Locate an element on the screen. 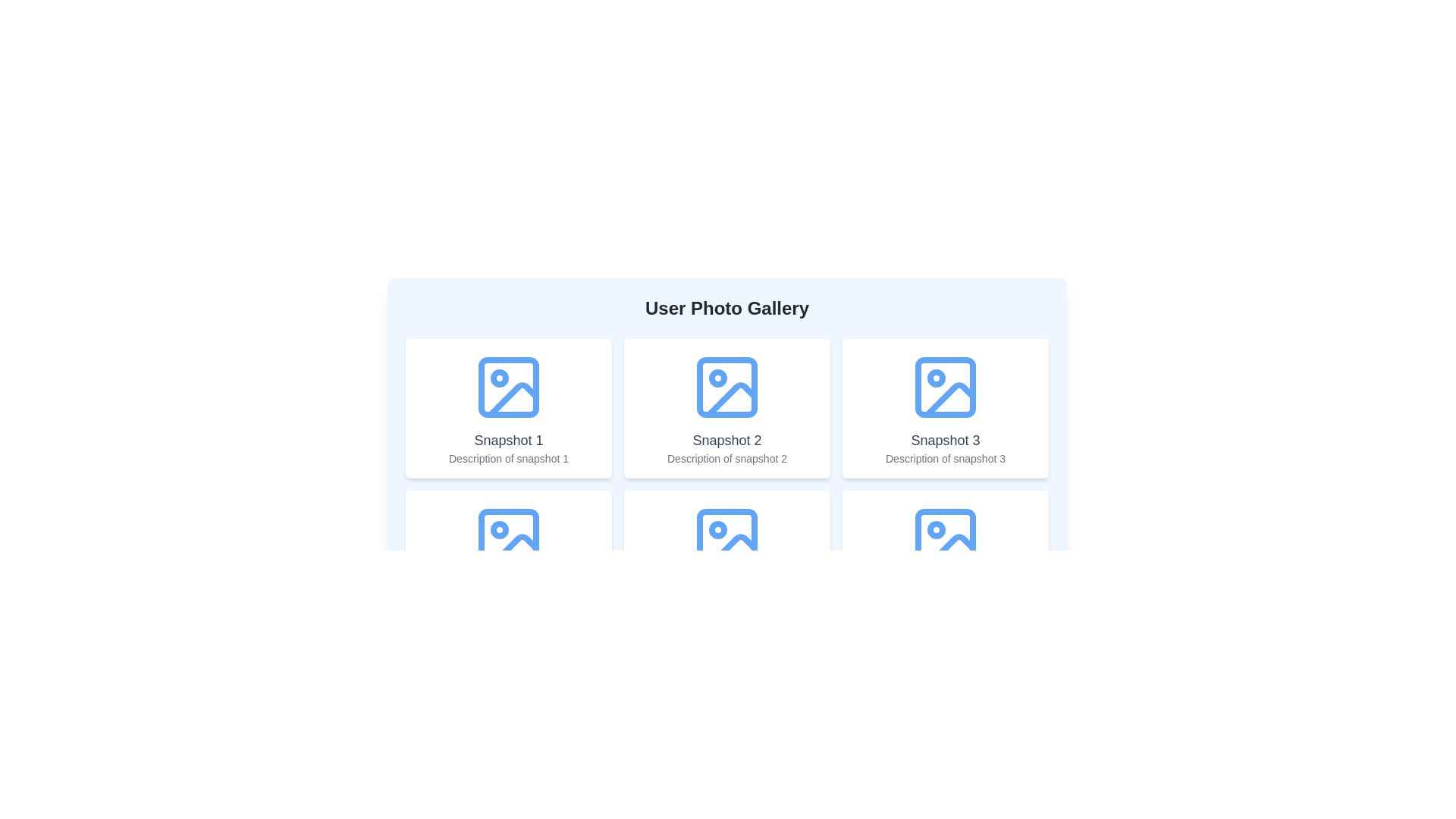 The image size is (1456, 819). the blue rounded rectangle inside the image icon representing a gallery item in the second row, first column under 'Snapshot 1' is located at coordinates (509, 538).